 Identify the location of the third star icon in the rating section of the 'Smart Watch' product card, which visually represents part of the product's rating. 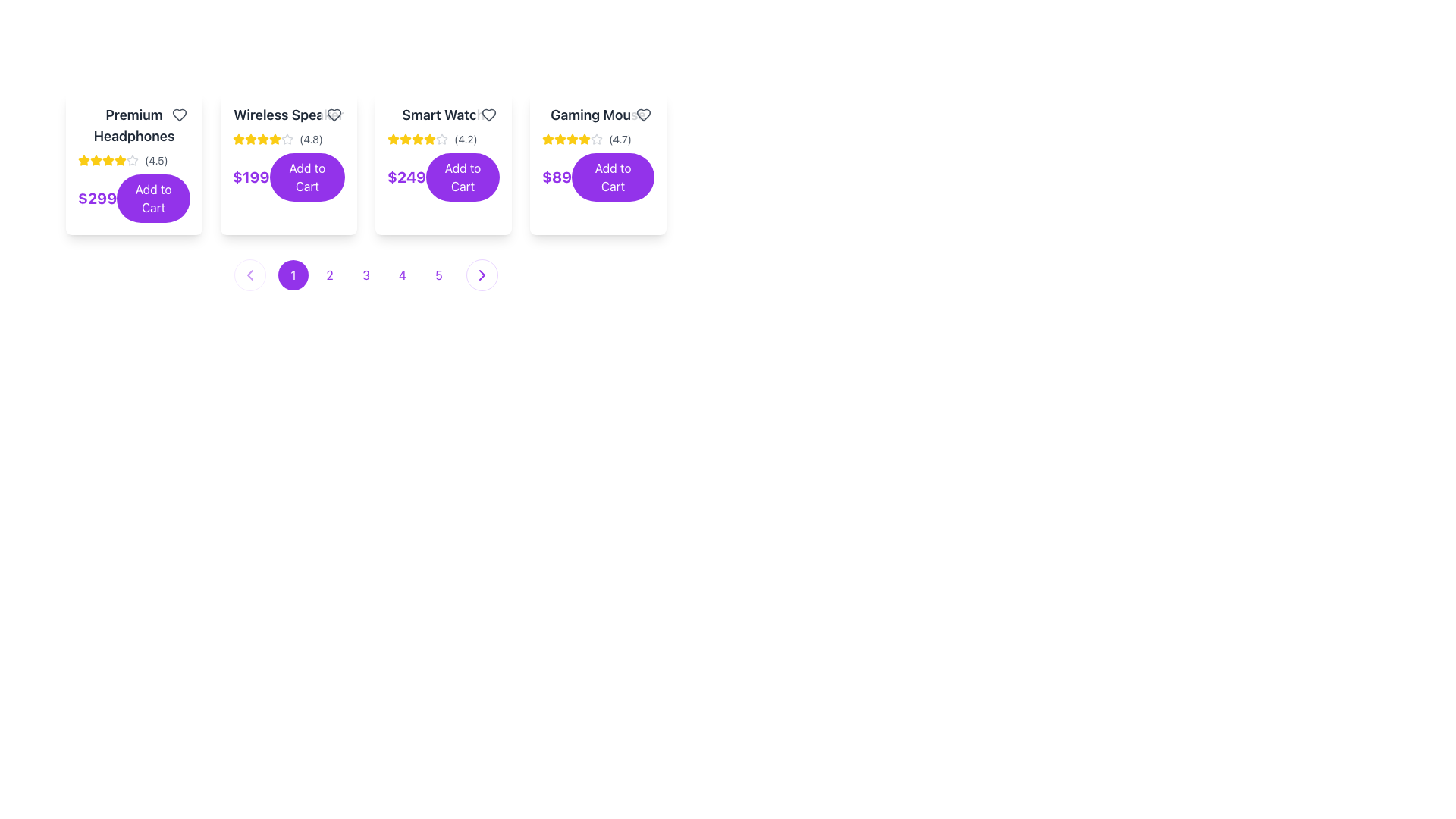
(405, 140).